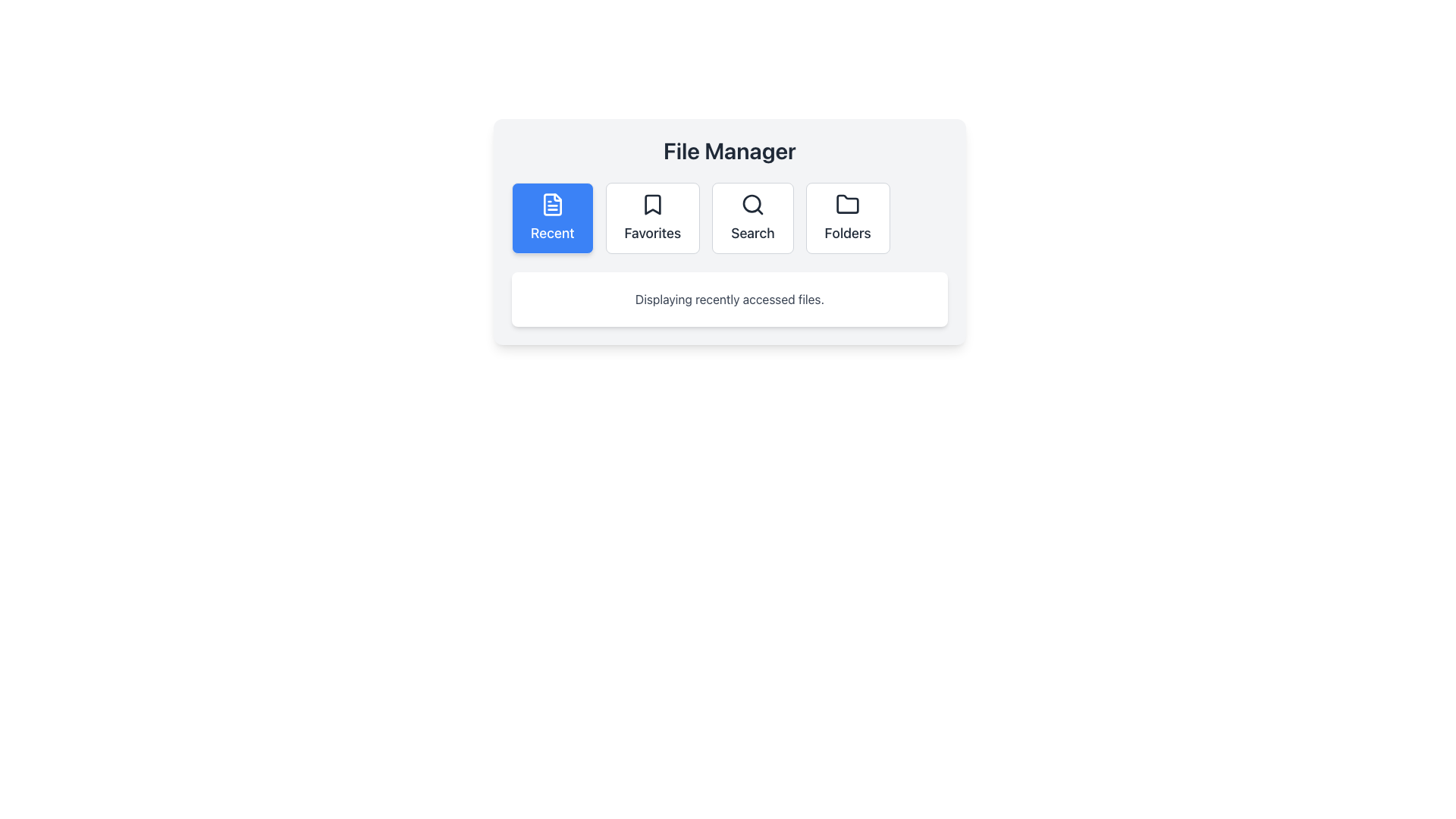 The width and height of the screenshot is (1456, 819). What do you see at coordinates (752, 205) in the screenshot?
I see `the search icon, which is a minimalist black outline of a magnifying glass located within a rounded square white button, the third button in a row of four options` at bounding box center [752, 205].